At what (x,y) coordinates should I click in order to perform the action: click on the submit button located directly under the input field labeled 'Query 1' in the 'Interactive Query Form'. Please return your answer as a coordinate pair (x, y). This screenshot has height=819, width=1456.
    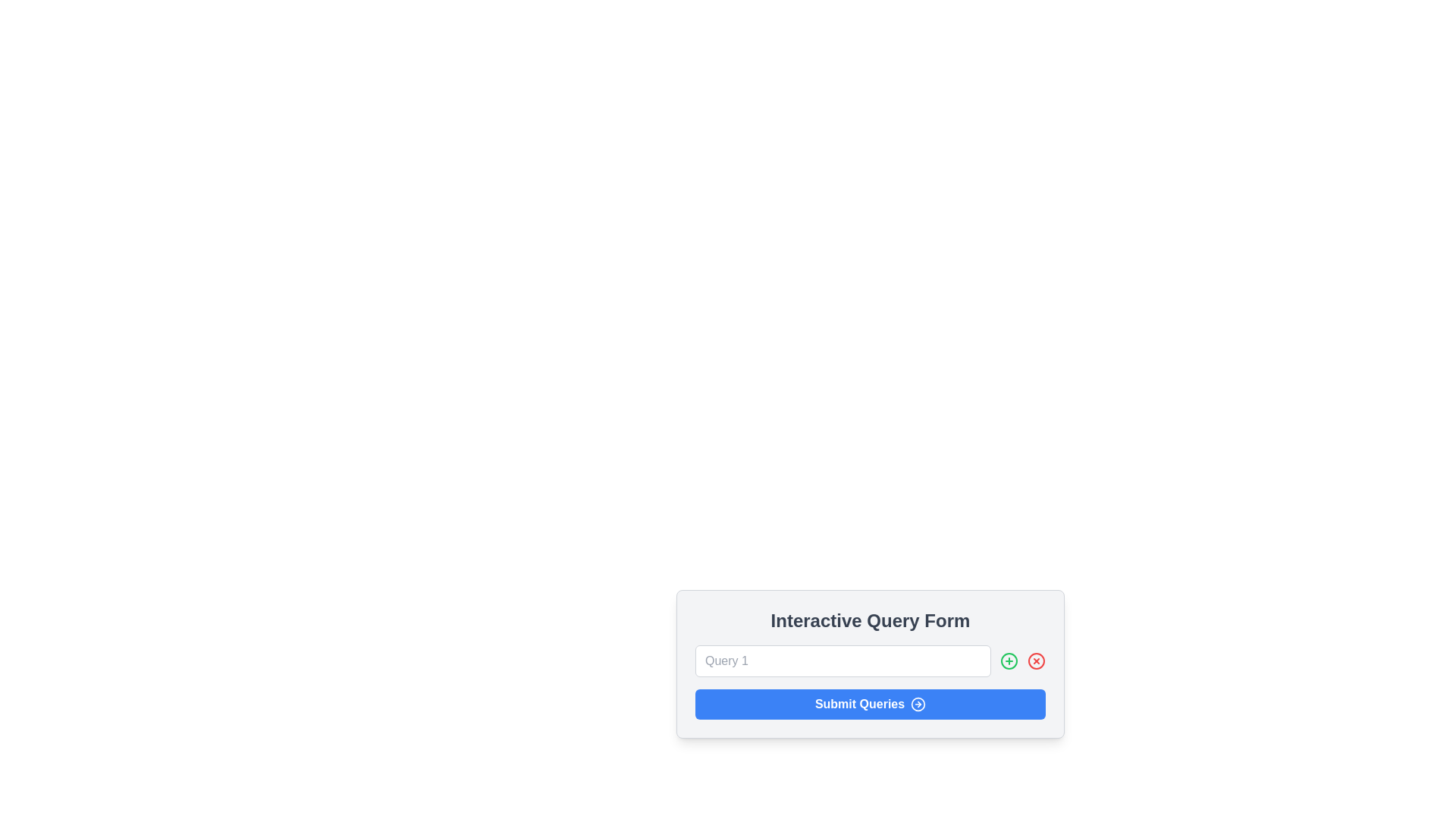
    Looking at the image, I should click on (870, 704).